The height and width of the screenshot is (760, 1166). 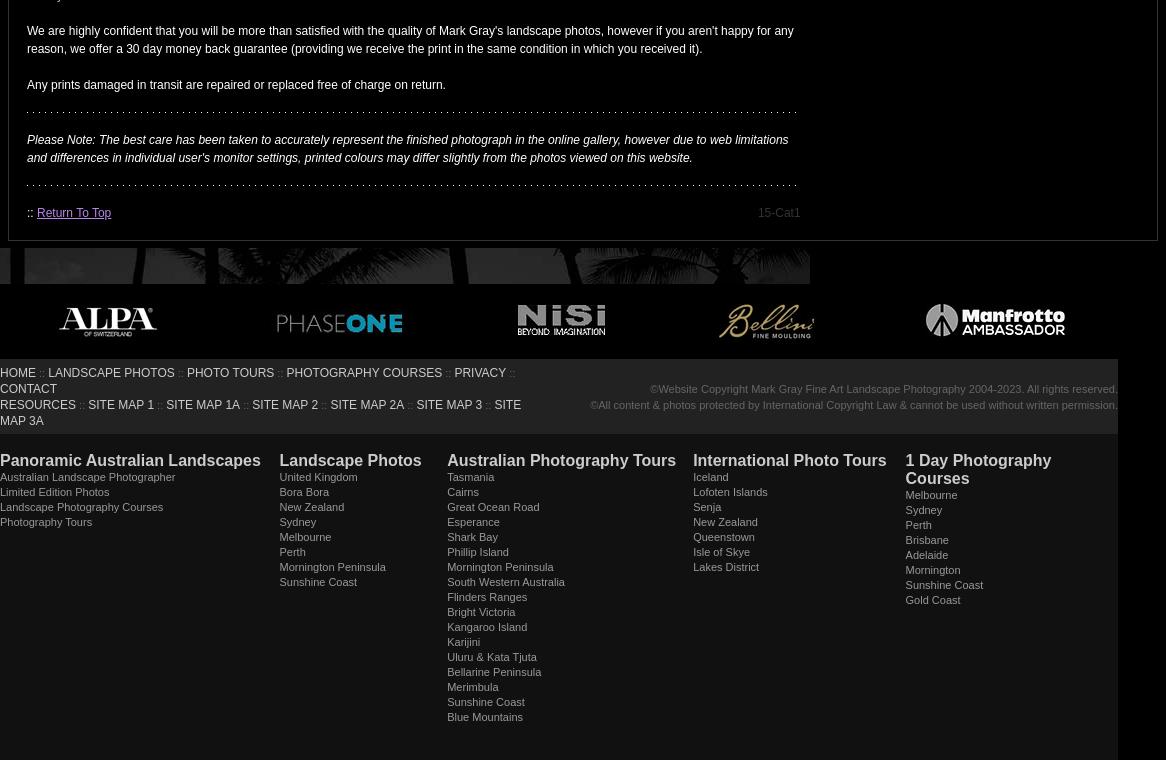 What do you see at coordinates (235, 83) in the screenshot?
I see `'Any prints damaged in transit are repaired or replaced free of charge on return.'` at bounding box center [235, 83].